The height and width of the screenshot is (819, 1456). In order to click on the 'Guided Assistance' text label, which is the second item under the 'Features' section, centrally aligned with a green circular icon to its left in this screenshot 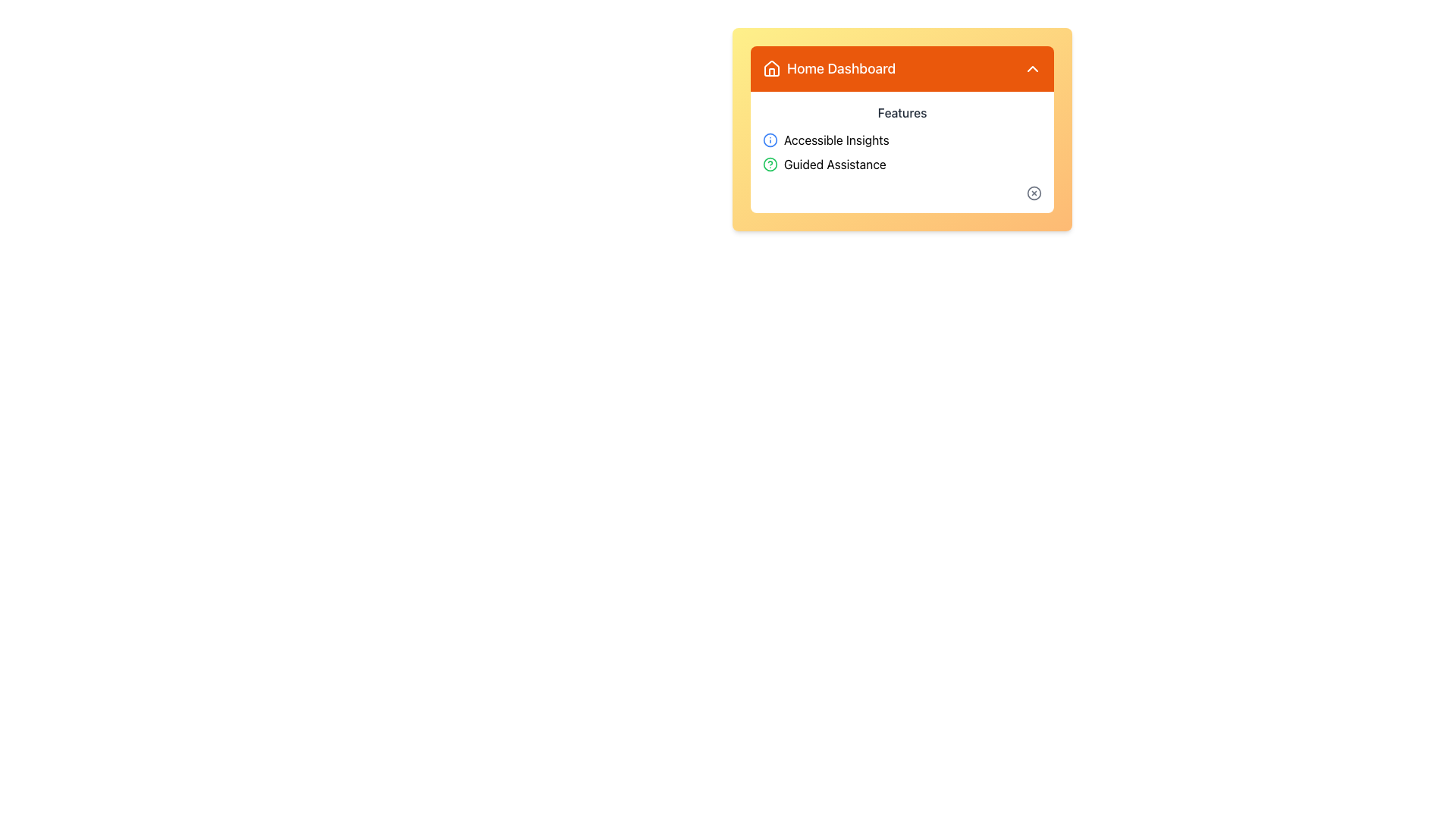, I will do `click(834, 164)`.